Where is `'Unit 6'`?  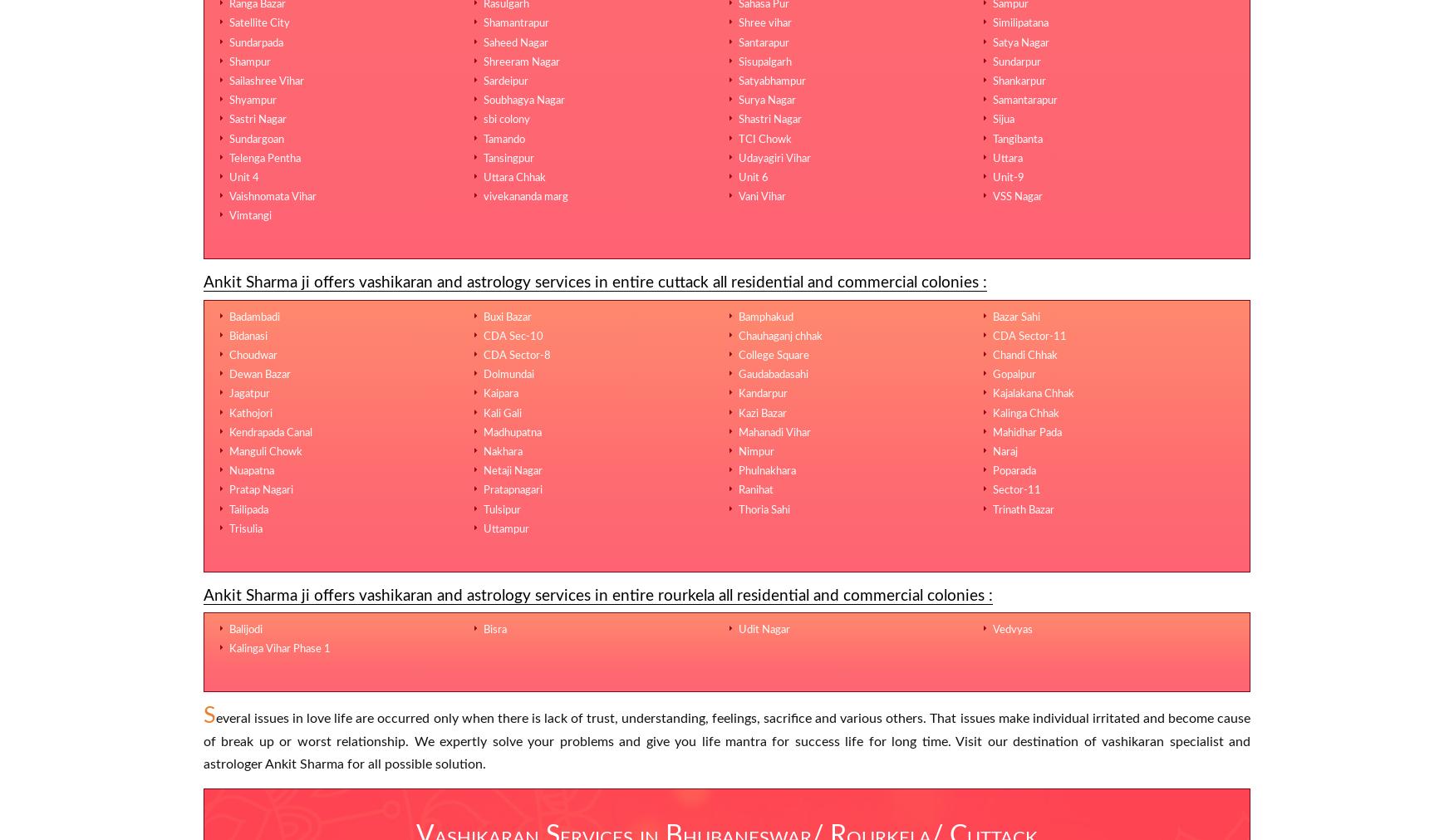
'Unit 6' is located at coordinates (751, 177).